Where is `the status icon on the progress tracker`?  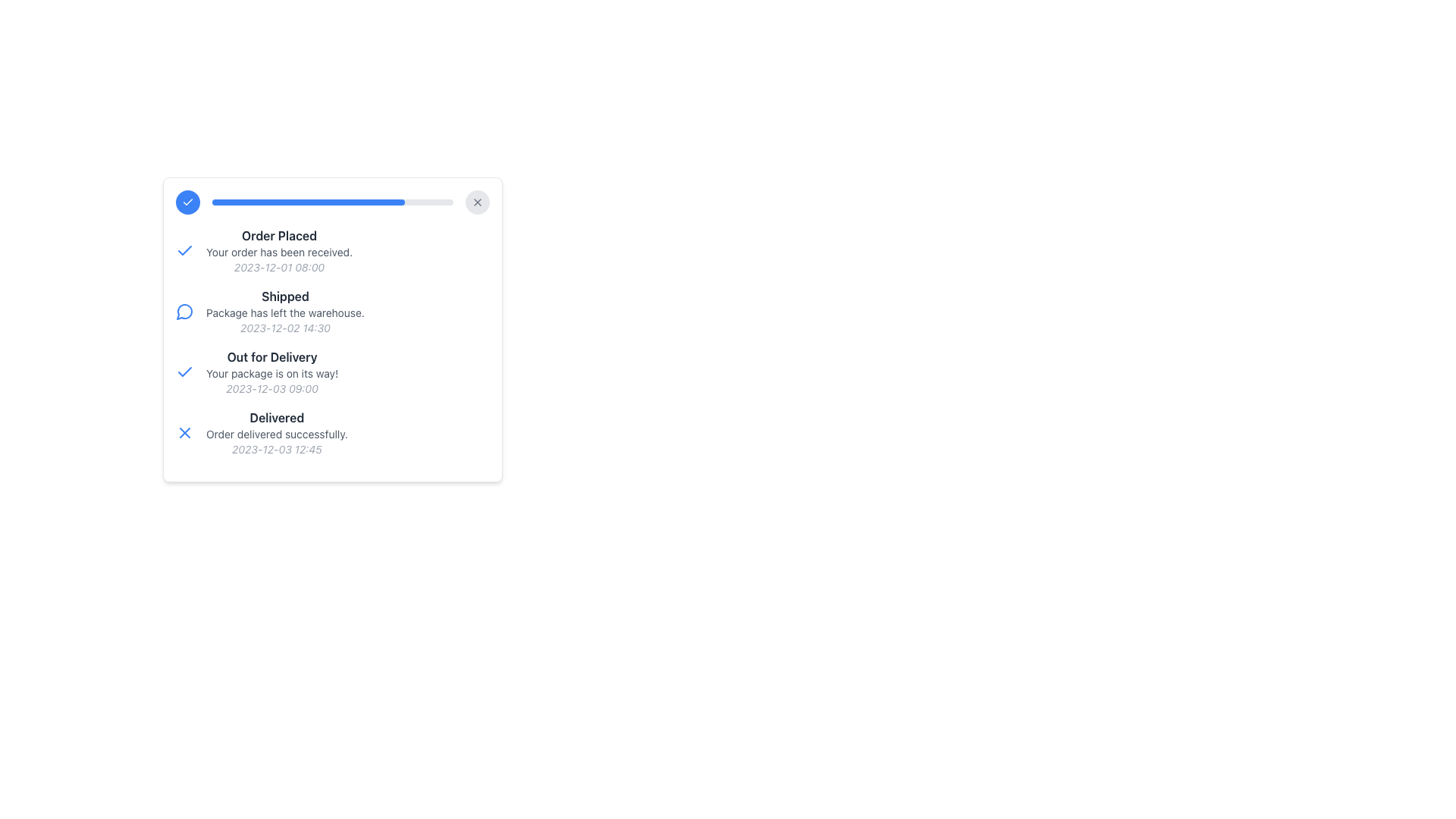 the status icon on the progress tracker is located at coordinates (331, 315).